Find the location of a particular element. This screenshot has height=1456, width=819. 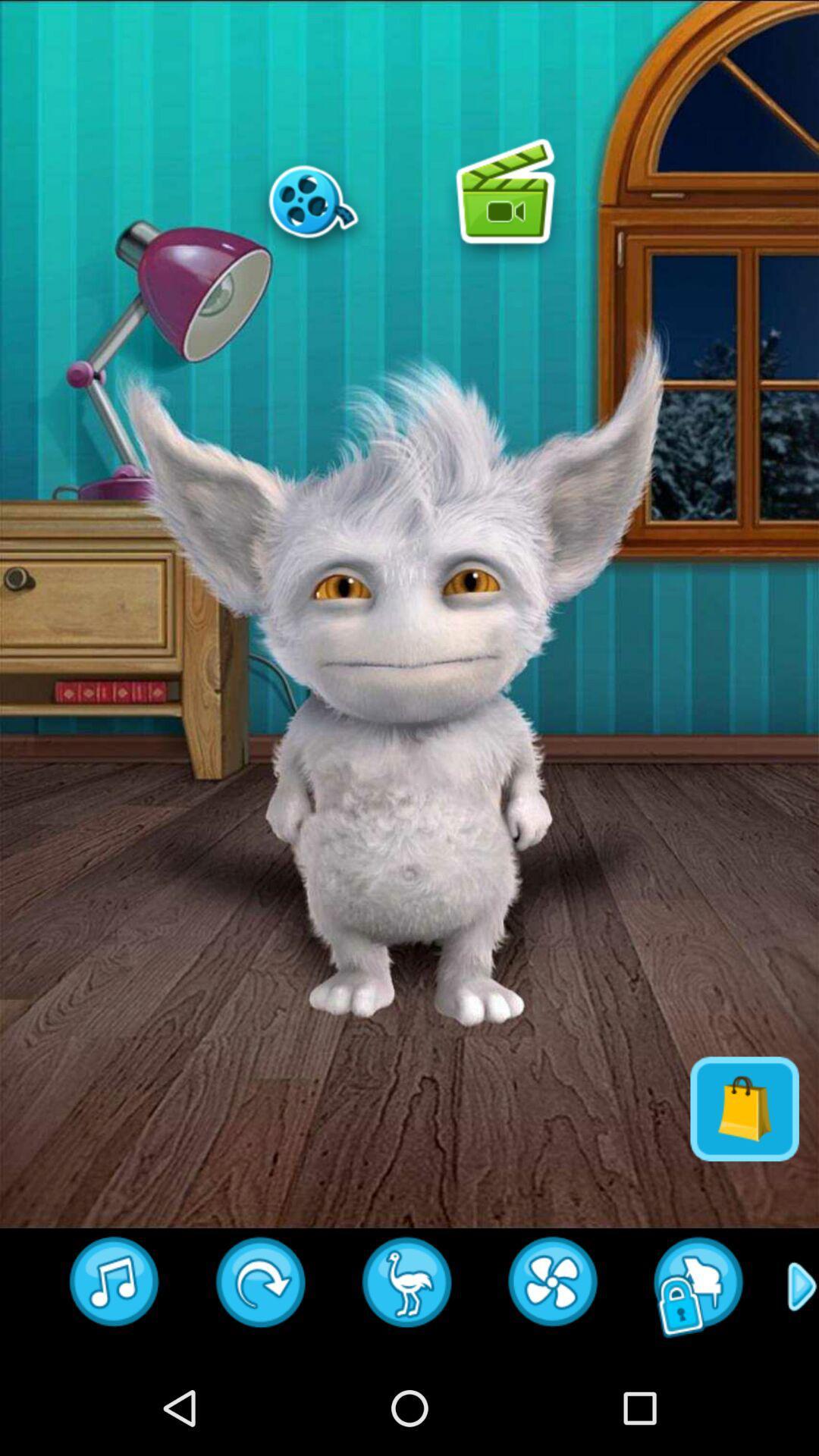

the cart icon is located at coordinates (406, 1377).